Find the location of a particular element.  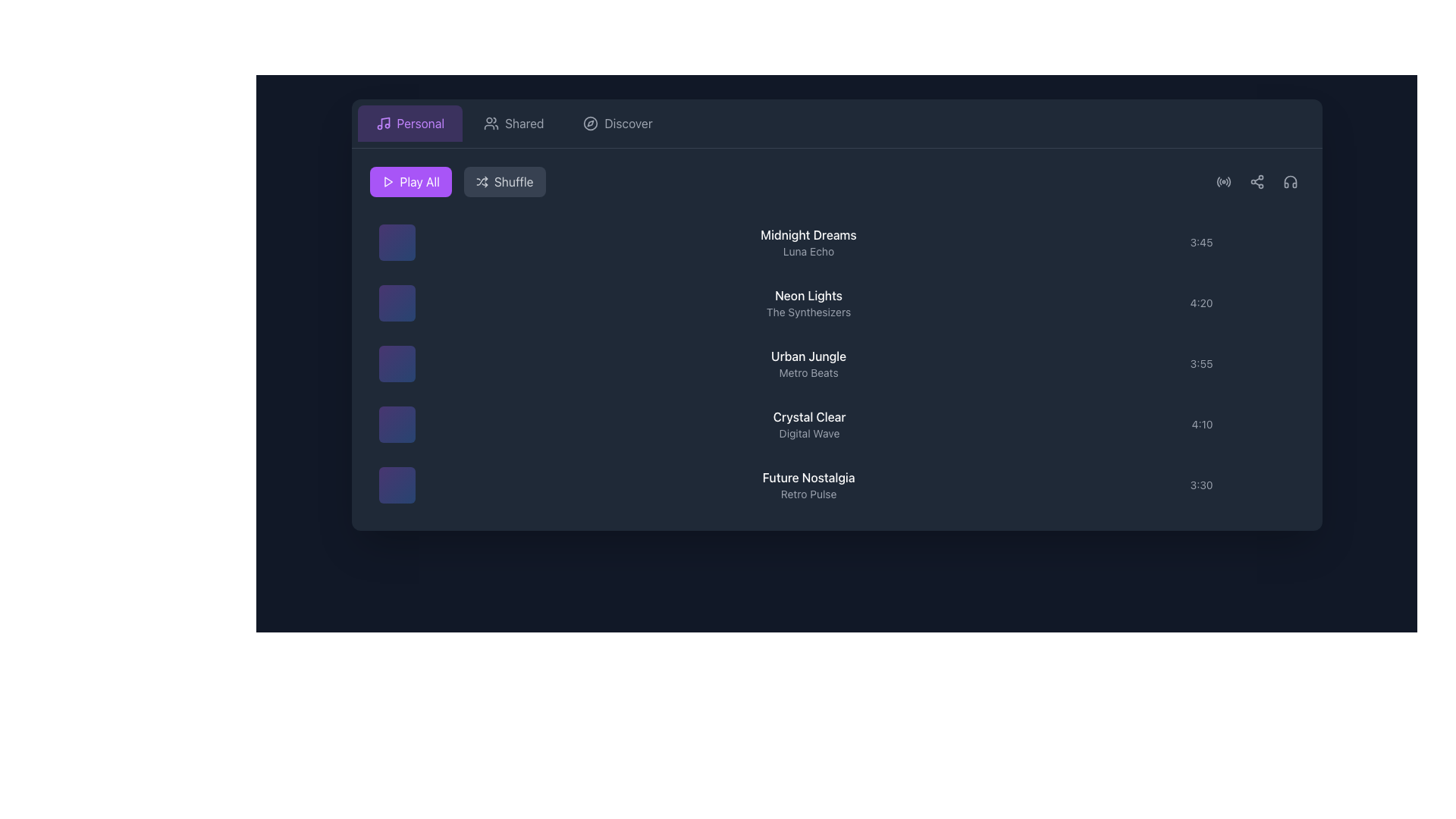

the small circular button with three vertically aligned dots located to the right of the timestamp '4:10' is located at coordinates (1286, 424).